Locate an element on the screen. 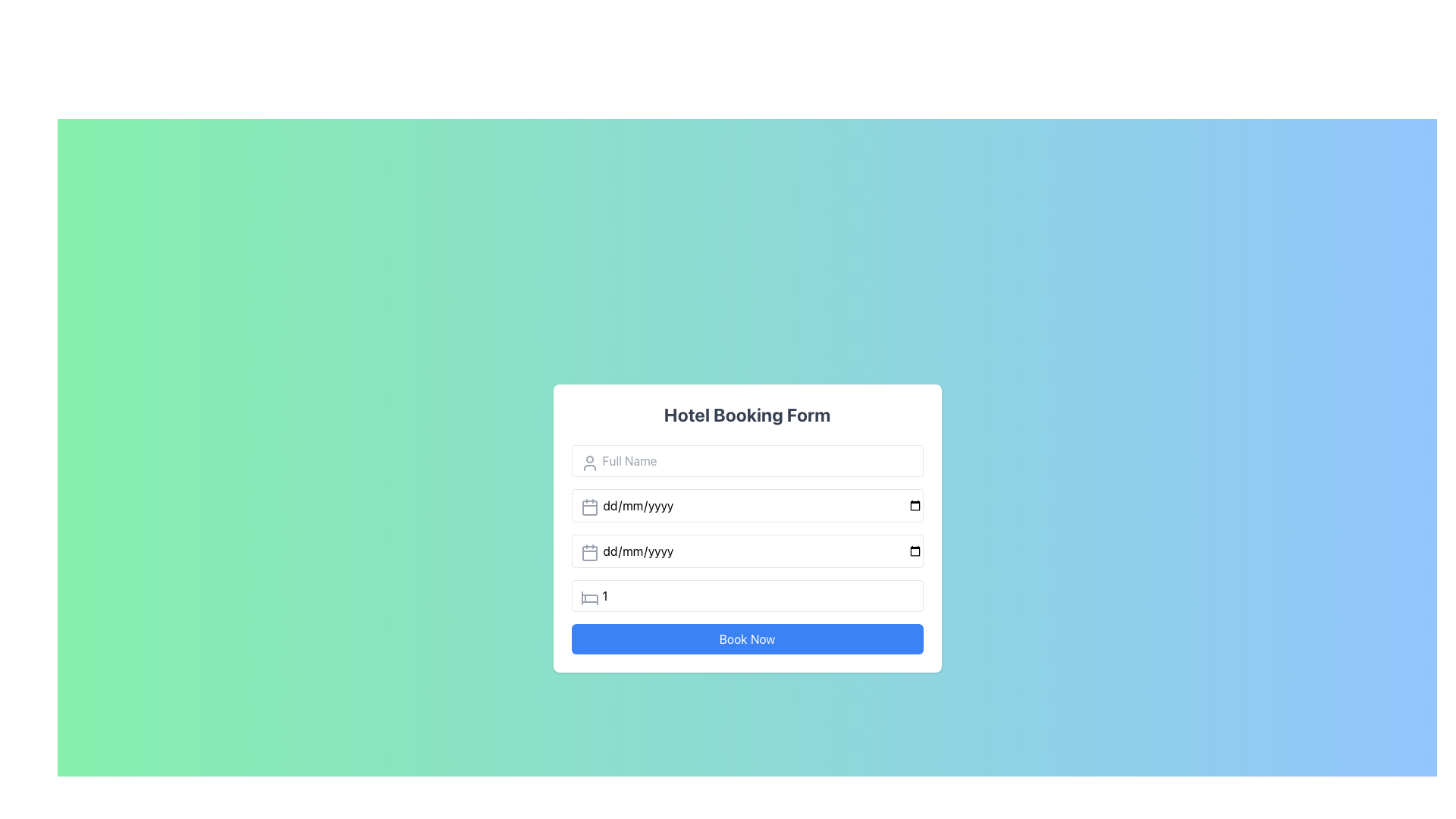 This screenshot has width=1456, height=819. the calendar icon, which is a gray square with a minimalist design located to the left of the first date text field in the form is located at coordinates (588, 507).